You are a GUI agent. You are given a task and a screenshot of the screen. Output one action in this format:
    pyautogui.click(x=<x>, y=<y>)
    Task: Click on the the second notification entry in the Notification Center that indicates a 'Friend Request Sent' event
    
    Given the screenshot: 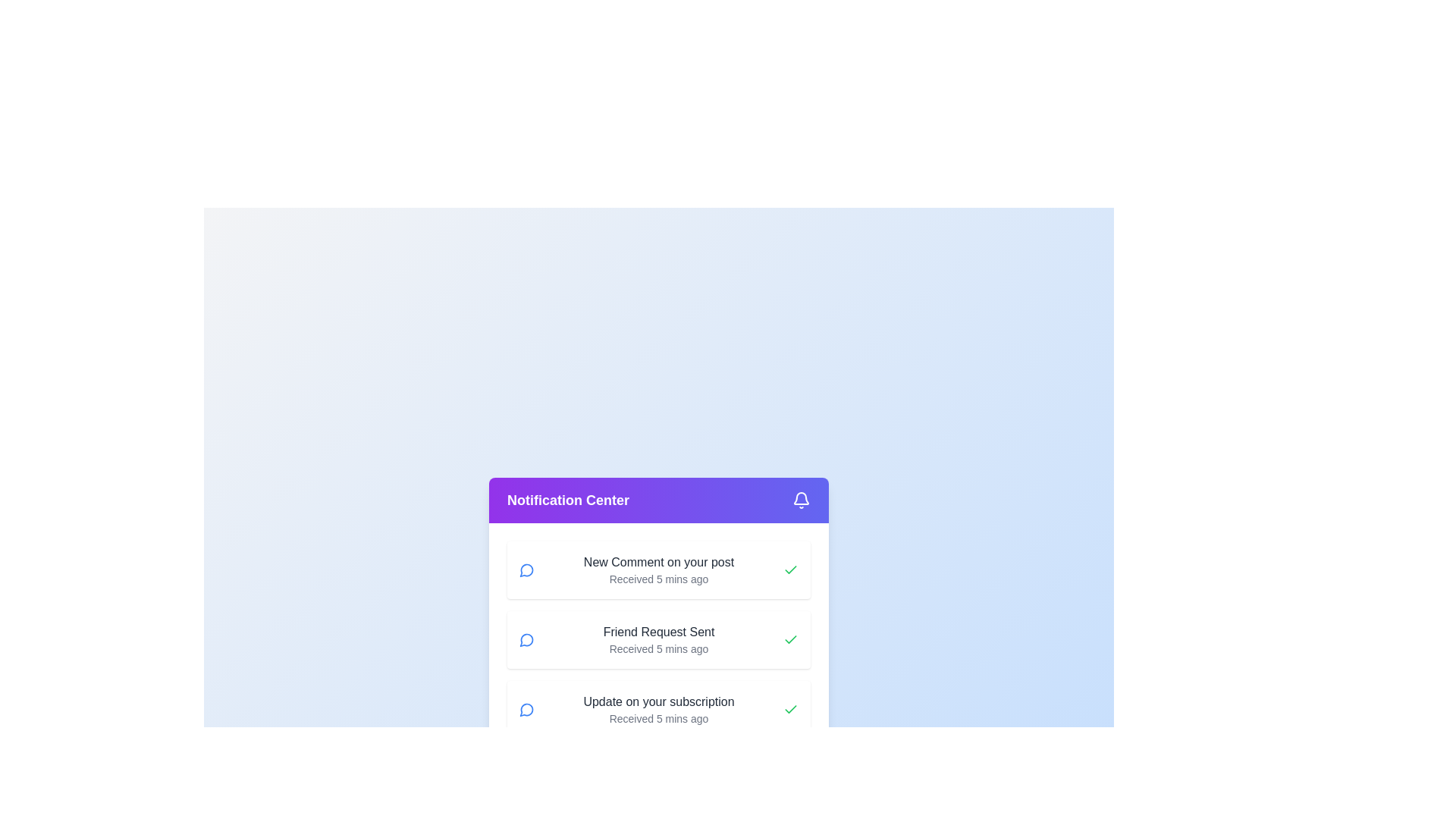 What is the action you would take?
    pyautogui.click(x=658, y=640)
    